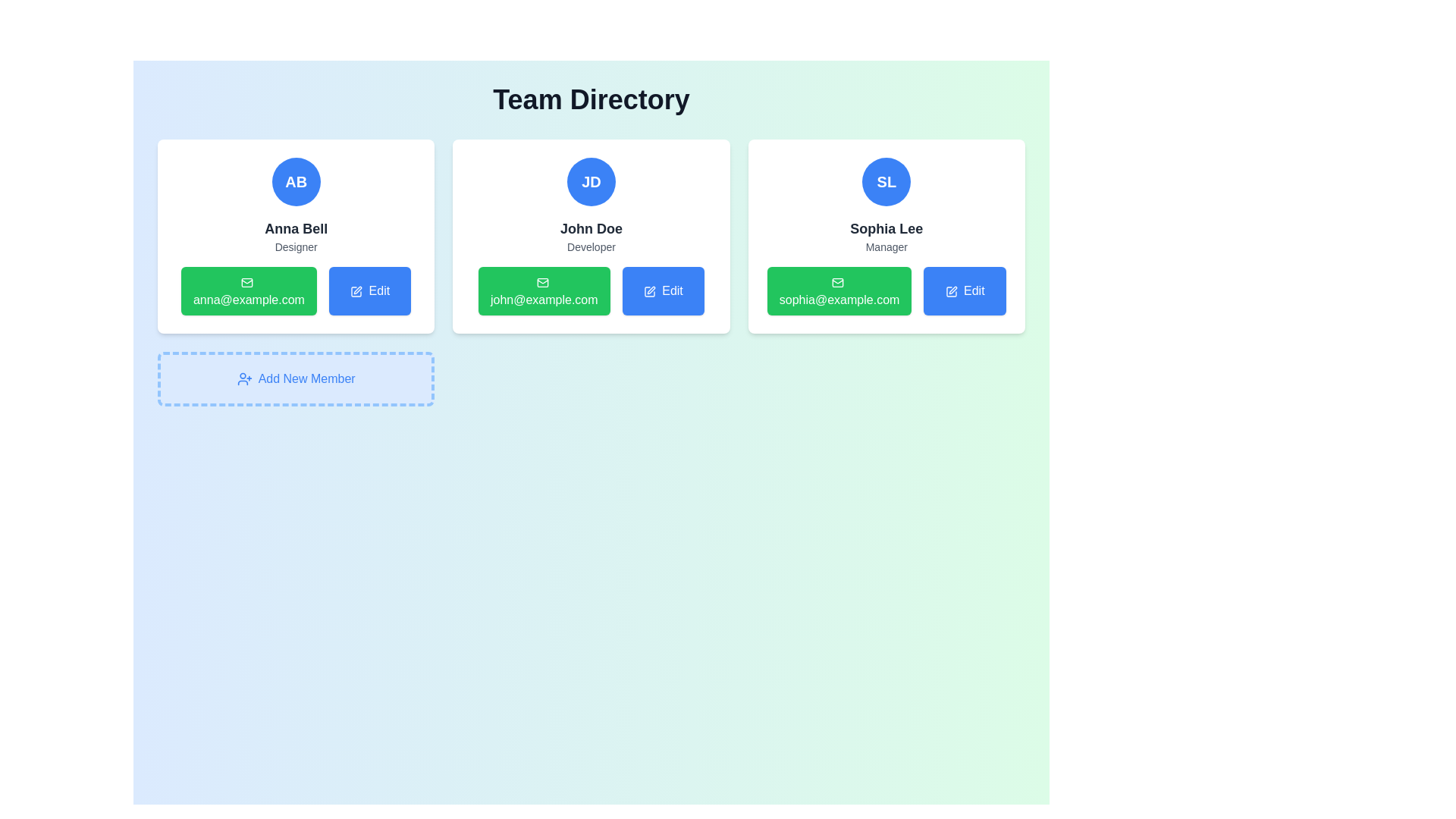 The width and height of the screenshot is (1456, 819). Describe the element at coordinates (886, 237) in the screenshot. I see `the third user card in the Team Directory, which features a blue circular badge with 'SL' initials, the name 'Sophia Lee', the title 'Manager', and buttons for email and edit` at that location.